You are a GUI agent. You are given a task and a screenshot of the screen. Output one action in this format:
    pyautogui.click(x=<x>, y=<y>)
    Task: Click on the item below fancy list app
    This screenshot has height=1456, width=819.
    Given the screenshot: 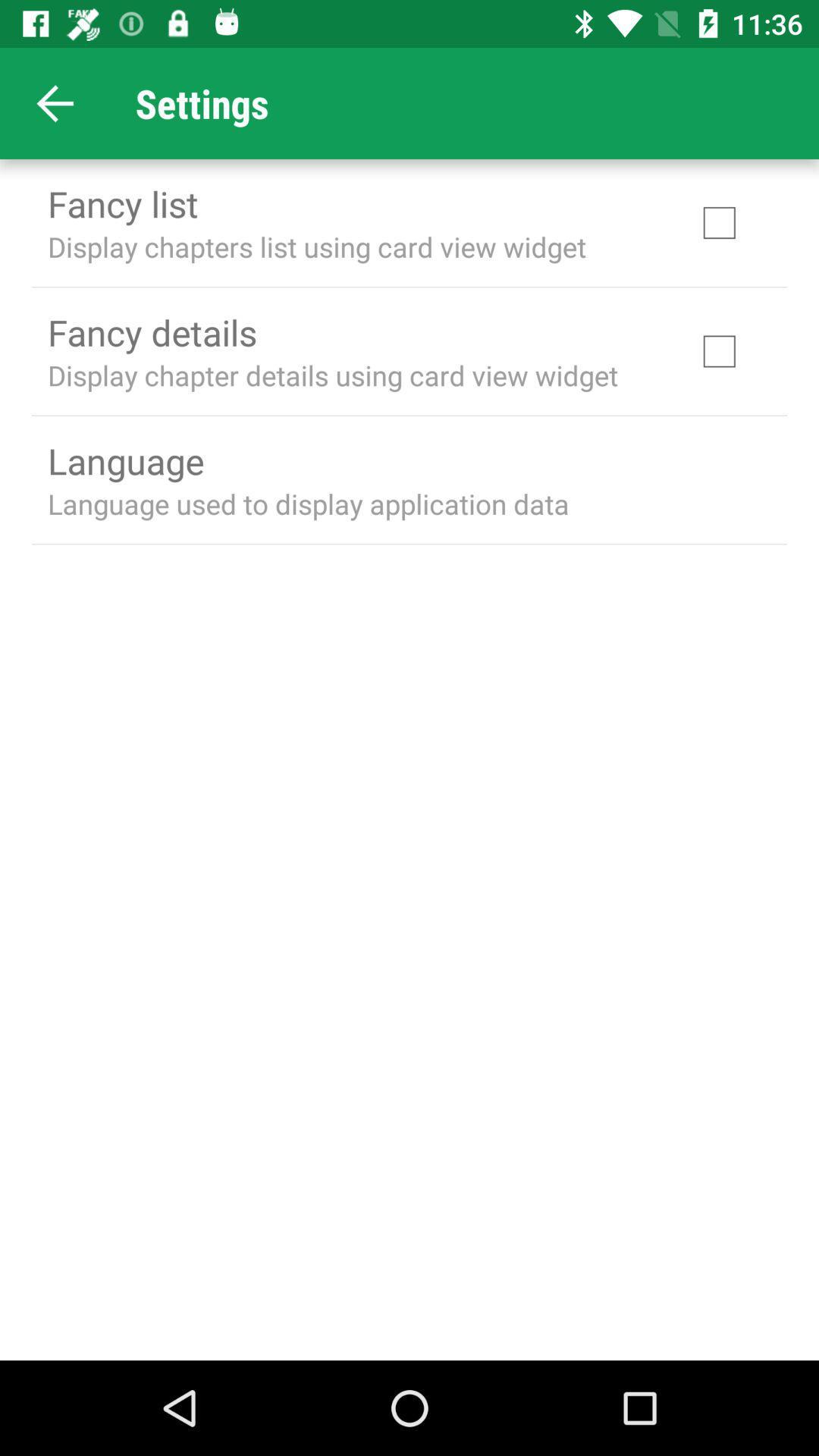 What is the action you would take?
    pyautogui.click(x=316, y=246)
    